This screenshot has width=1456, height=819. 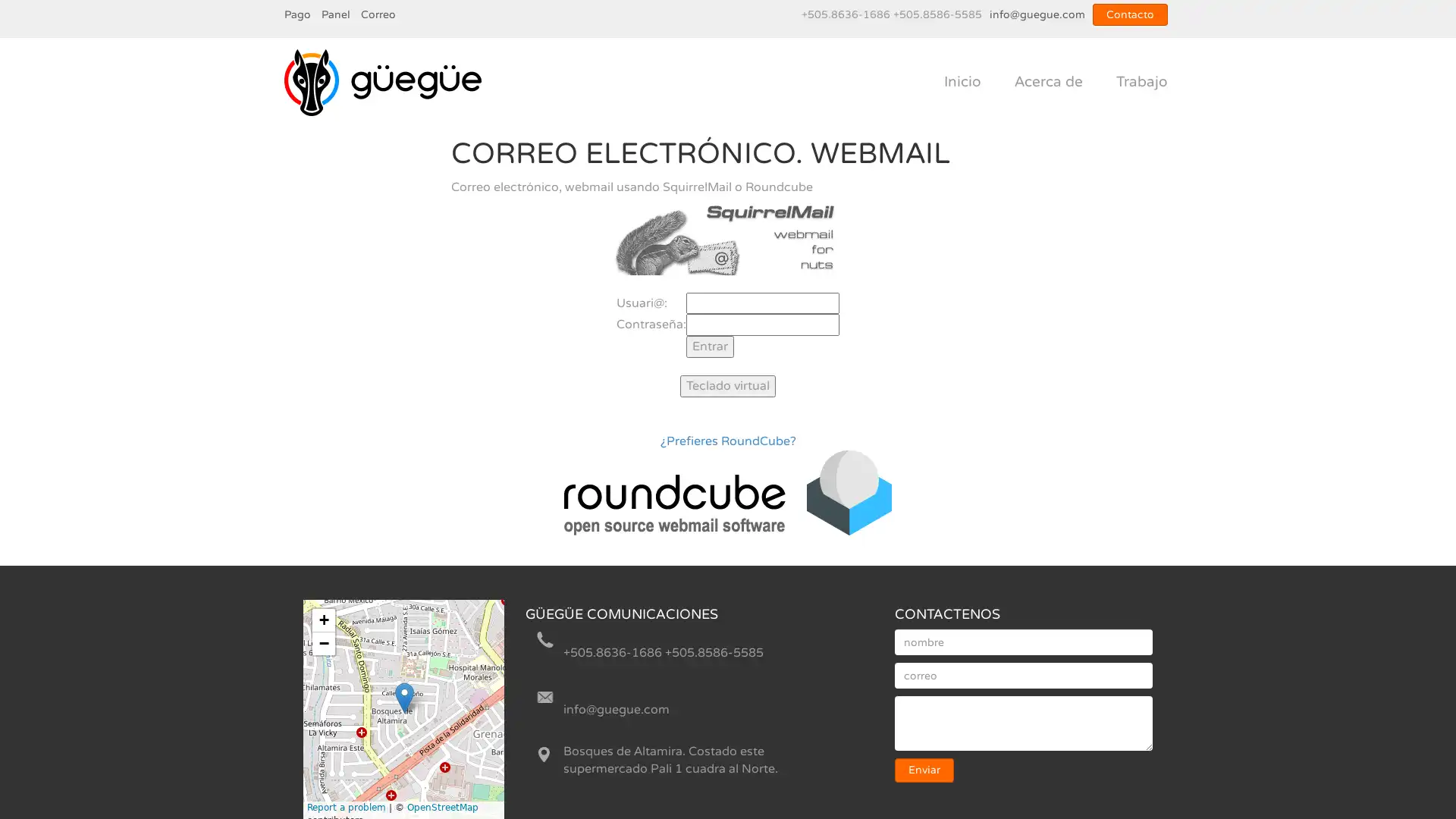 I want to click on Entrar, so click(x=709, y=347).